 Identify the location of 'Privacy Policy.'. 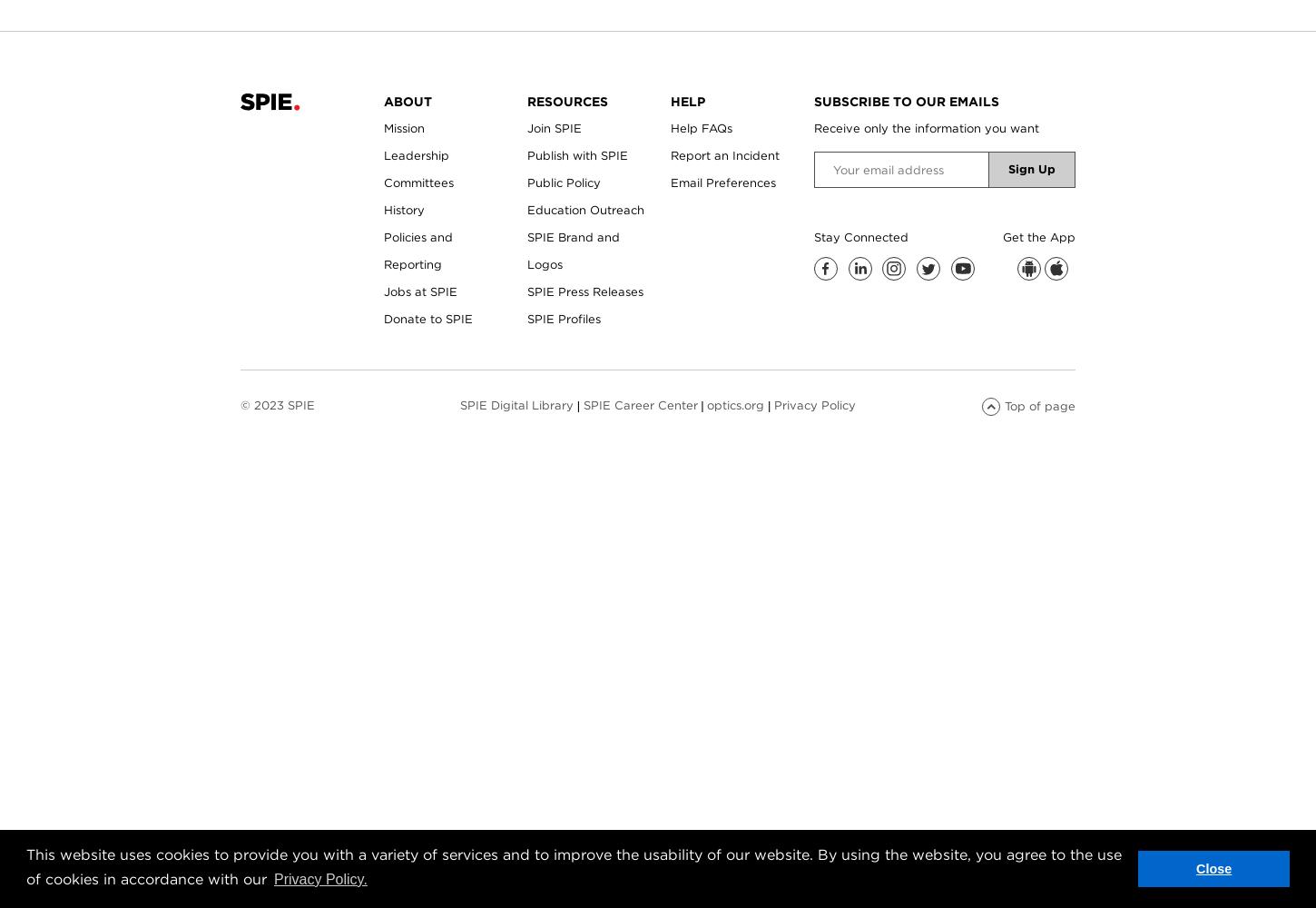
(319, 877).